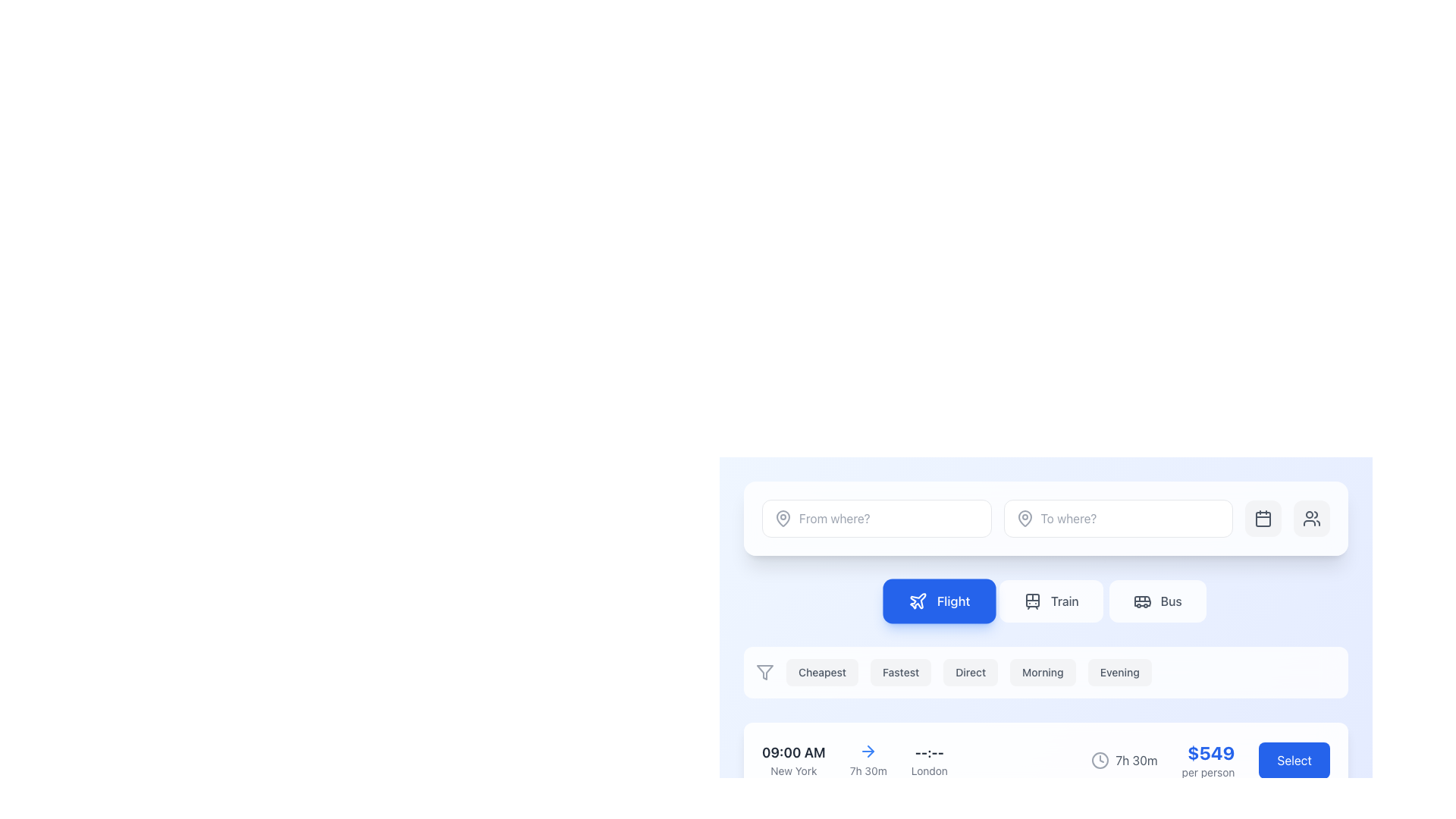  What do you see at coordinates (1210, 752) in the screenshot?
I see `the bold blue text label displaying the amount '$549' in the pricing section of the flight booking interface, which is positioned above the text 'per person' and to the left of the 'Select' button` at bounding box center [1210, 752].